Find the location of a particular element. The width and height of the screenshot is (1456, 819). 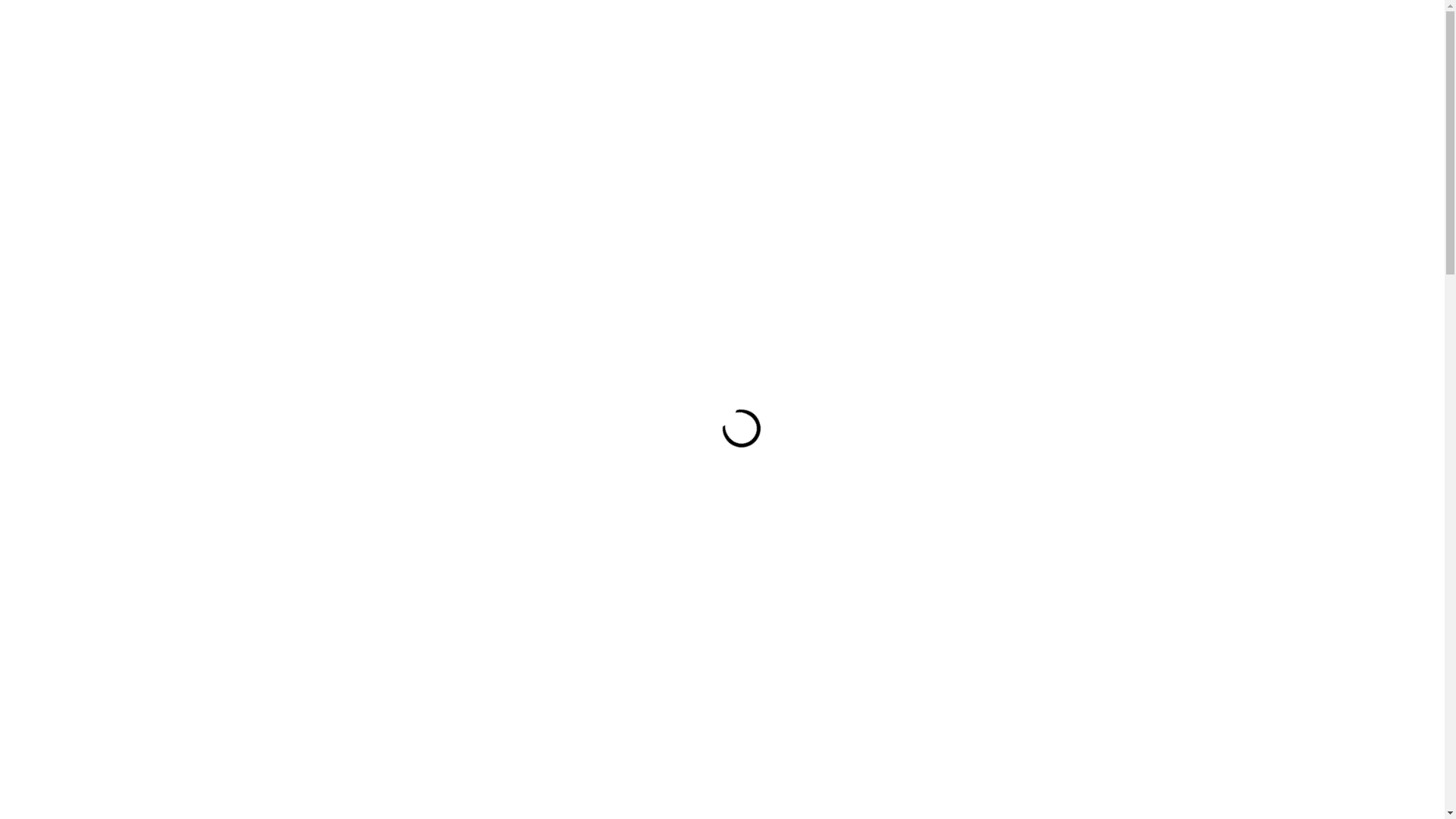

'projects' is located at coordinates (400, 110).